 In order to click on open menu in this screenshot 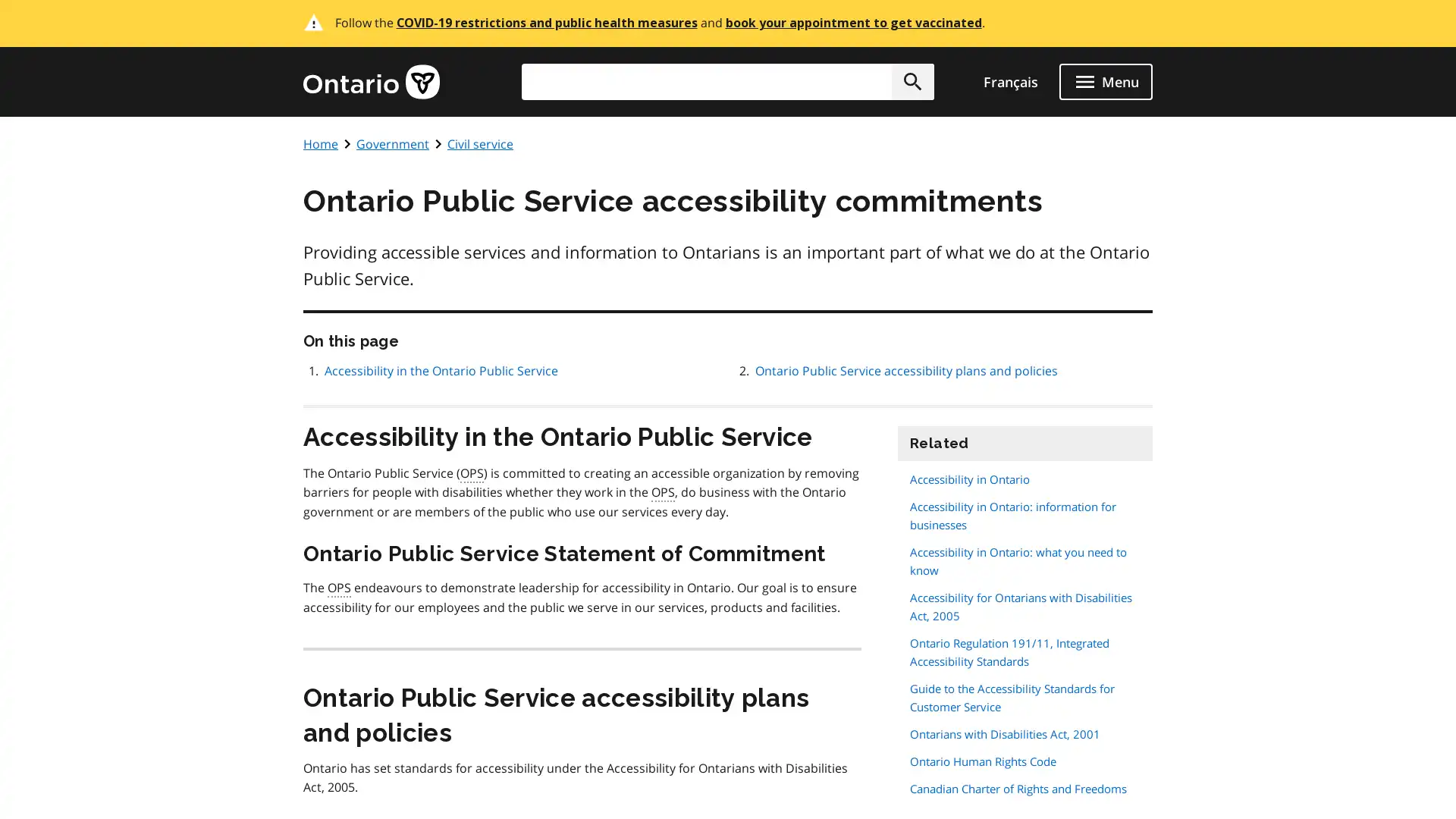, I will do `click(1106, 81)`.